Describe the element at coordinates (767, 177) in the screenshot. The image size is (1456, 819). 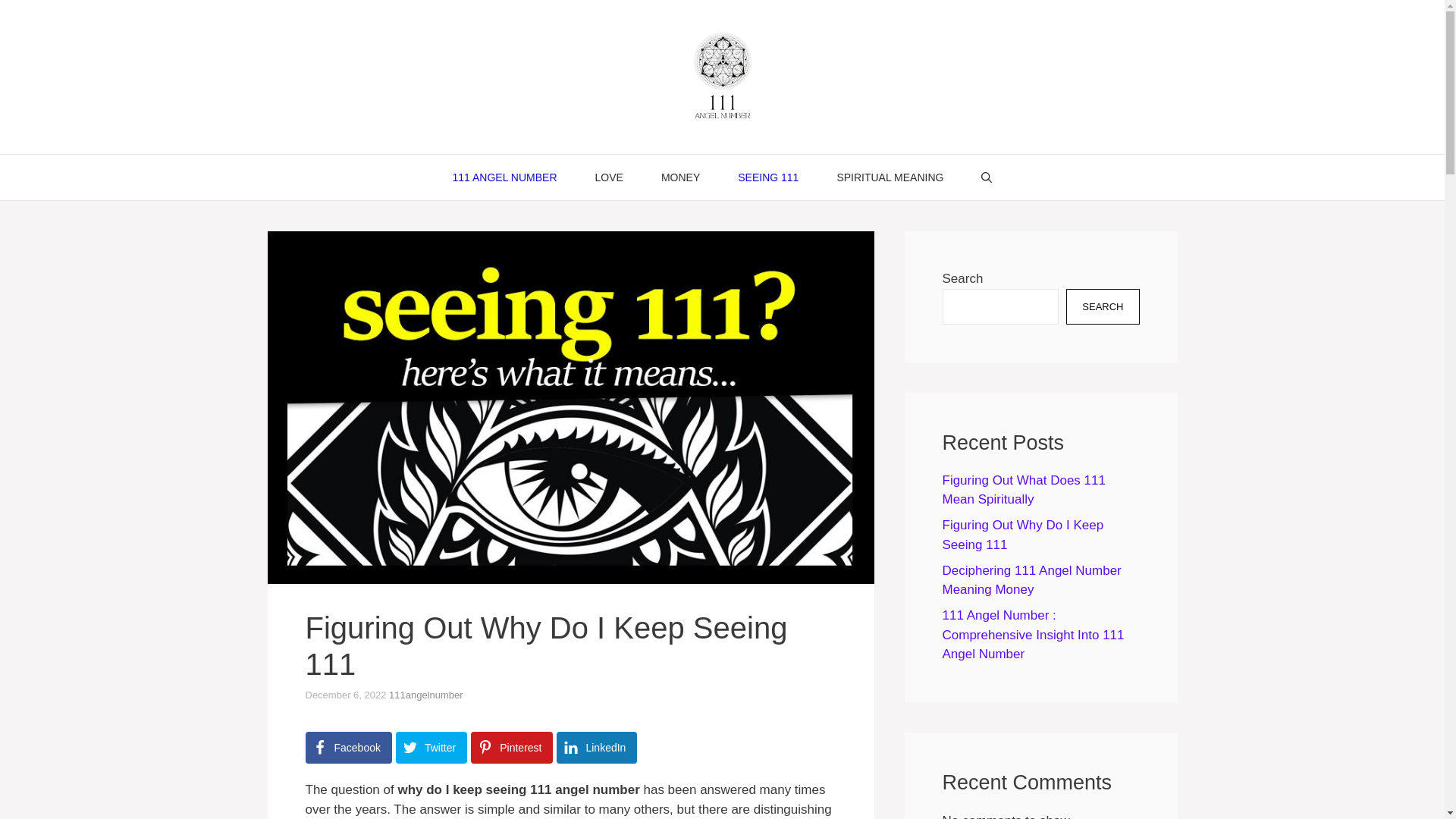
I see `'SEEING 111'` at that location.